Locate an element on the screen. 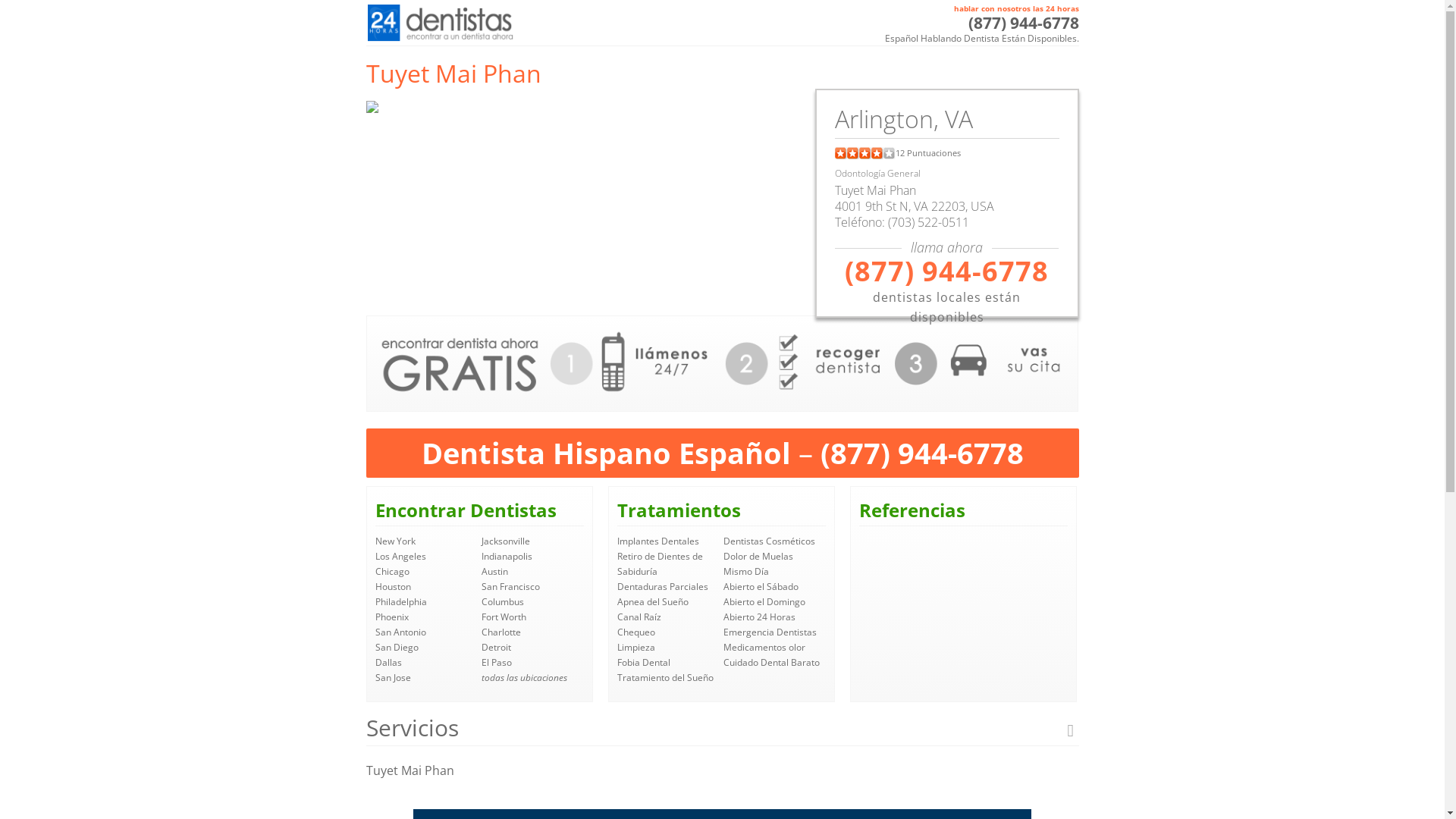 The width and height of the screenshot is (1456, 819). 'Dallas' is located at coordinates (388, 661).